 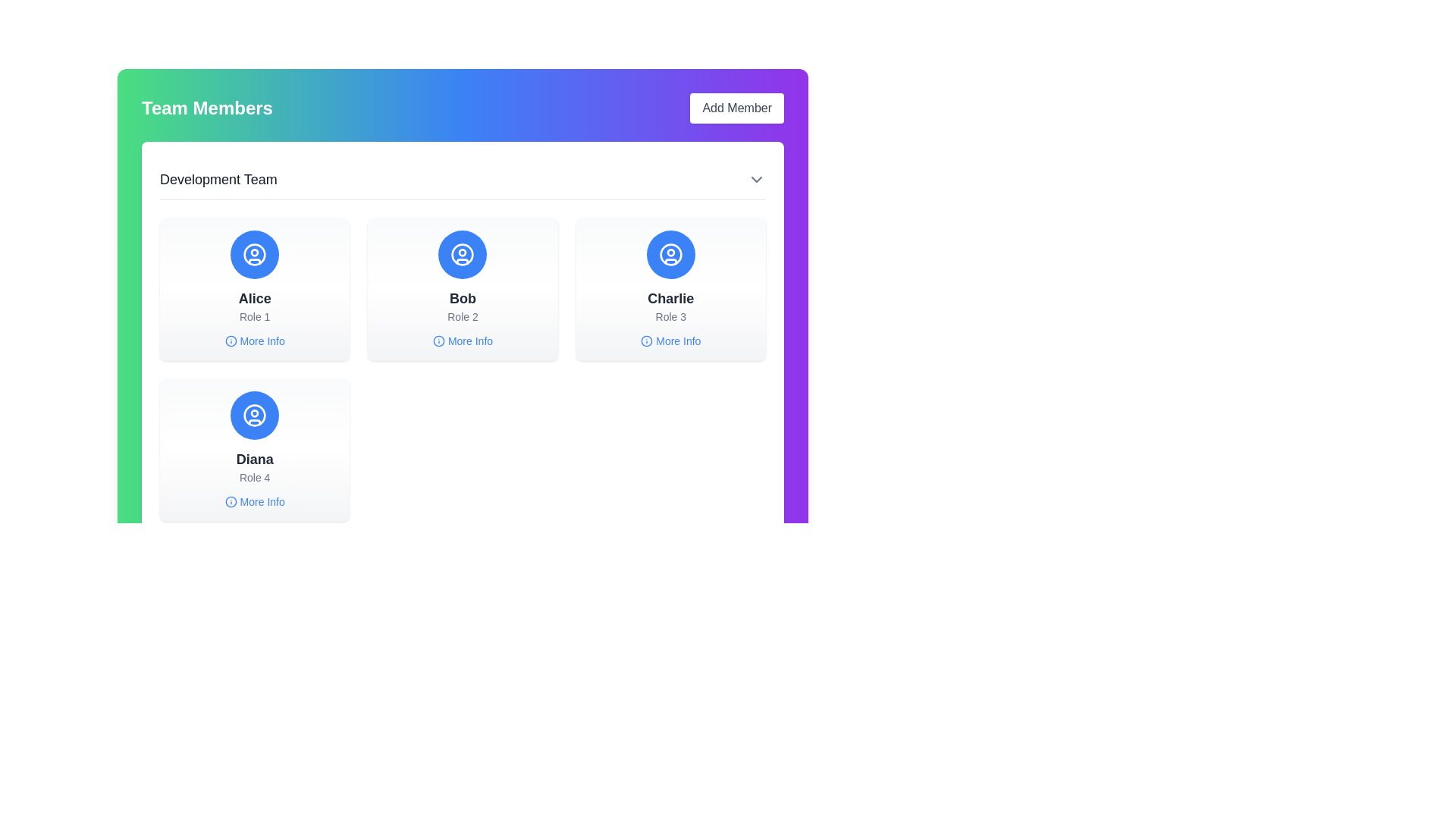 What do you see at coordinates (230, 341) in the screenshot?
I see `the icon indicating additional information related to 'Alice', located to the left of the 'More Info' text in the top left card of the grid structure` at bounding box center [230, 341].